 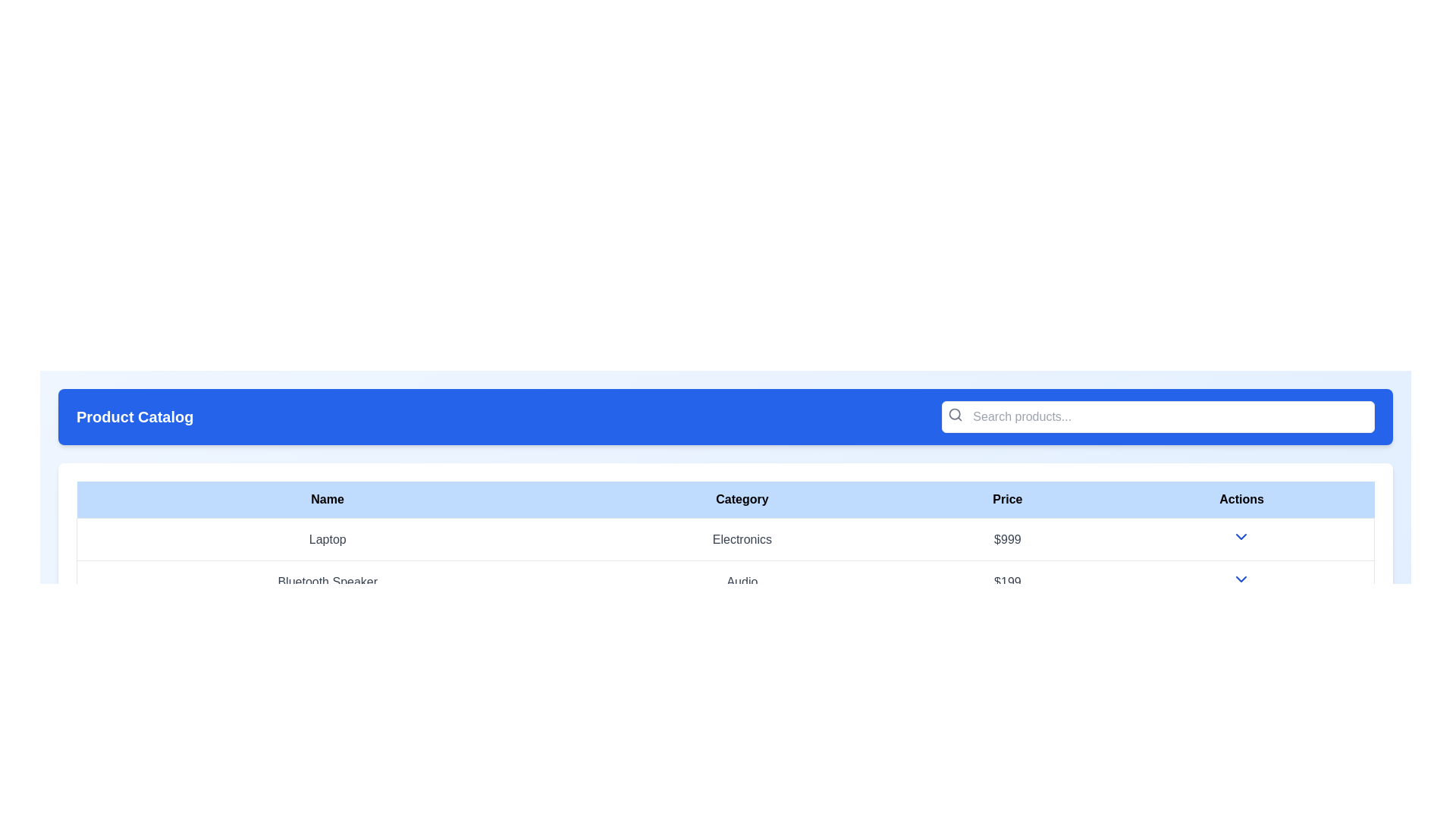 What do you see at coordinates (1241, 538) in the screenshot?
I see `the compact blue downward-pointing arrow icon in the 'Actions' column of the row containing the product 'Laptop'` at bounding box center [1241, 538].